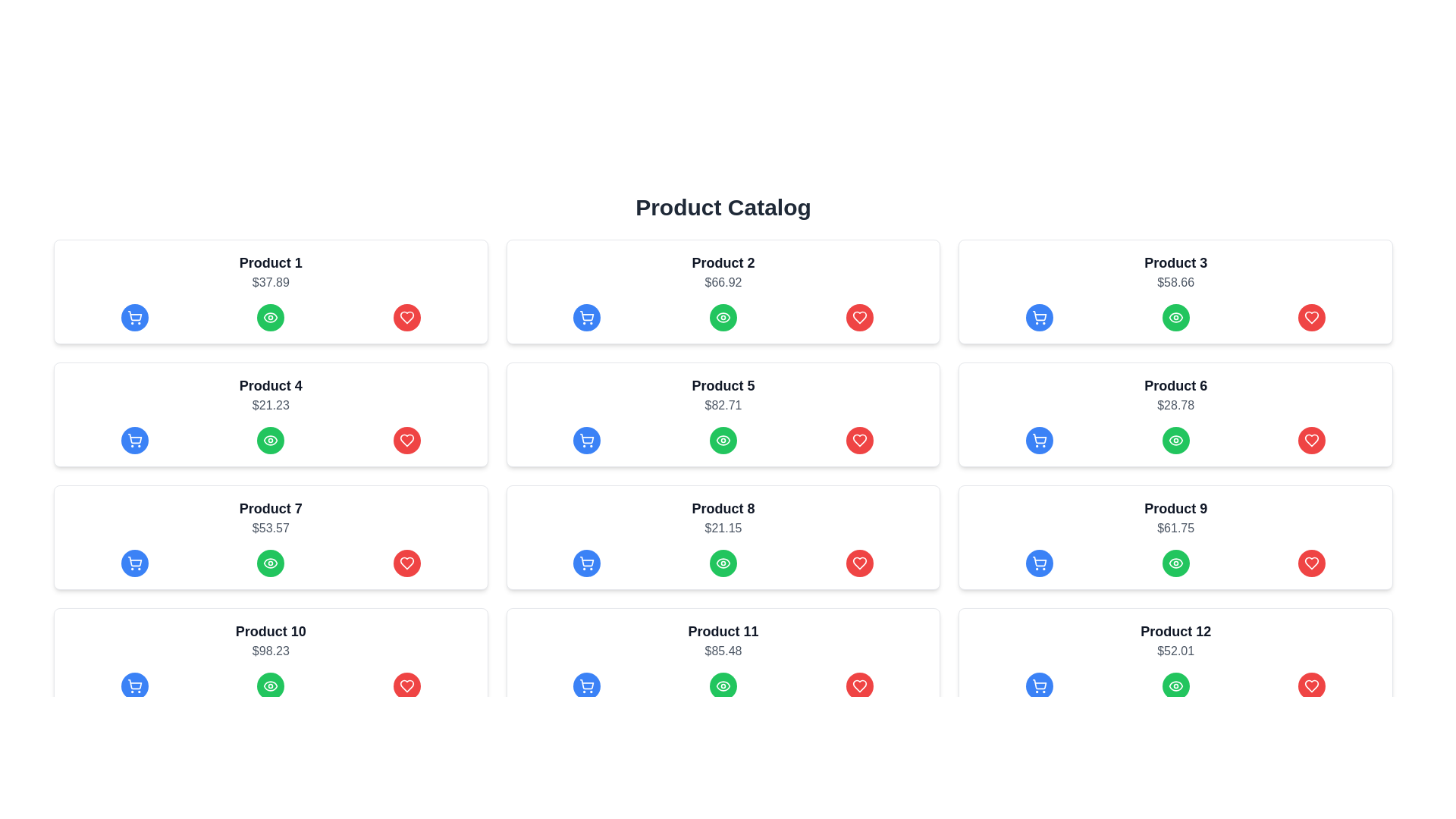  Describe the element at coordinates (723, 441) in the screenshot. I see `the circular green button with a white eye icon in the interactive control group of 'Product 5'` at that location.